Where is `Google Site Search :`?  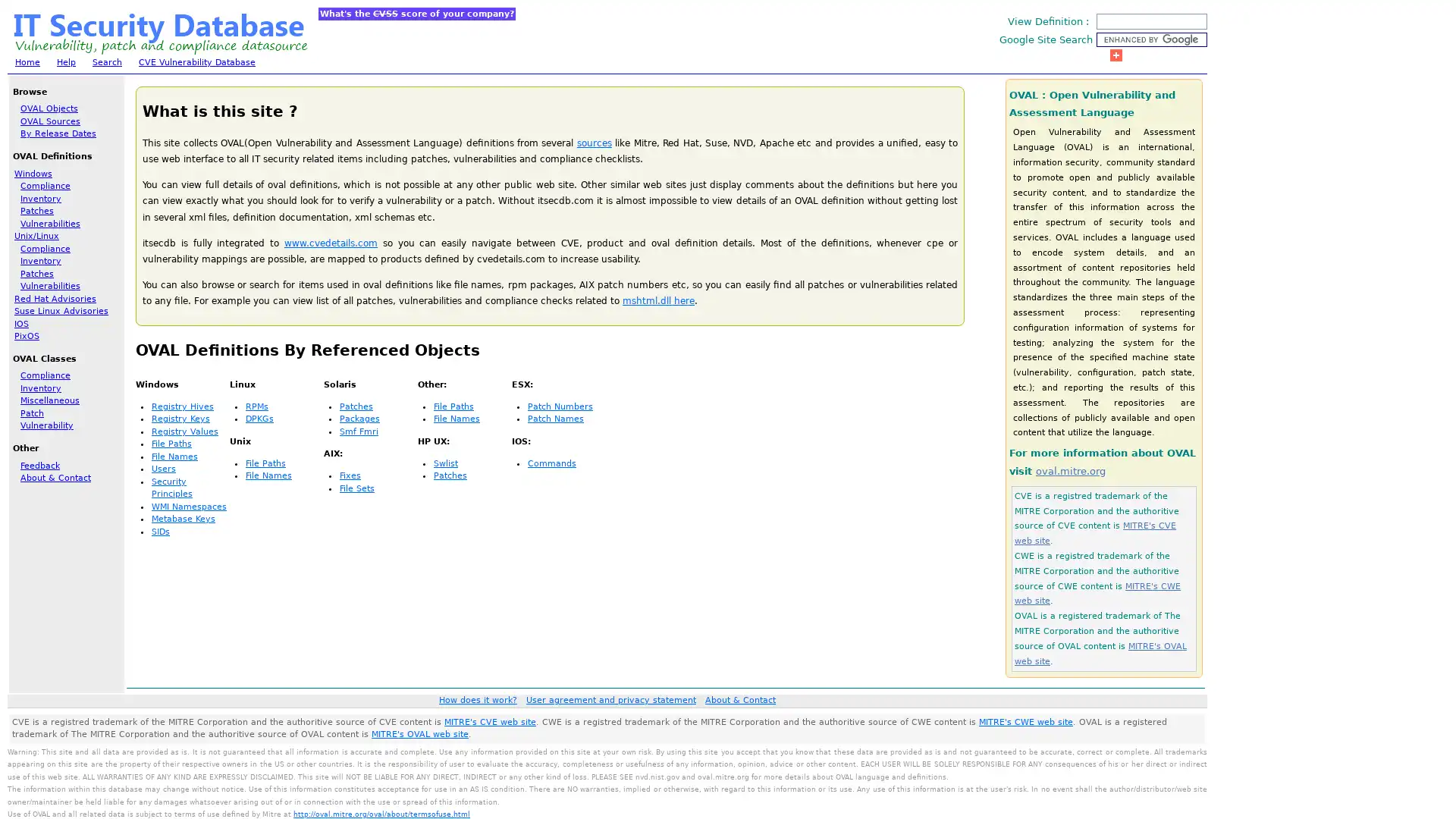
Google Site Search : is located at coordinates (1043, 39).